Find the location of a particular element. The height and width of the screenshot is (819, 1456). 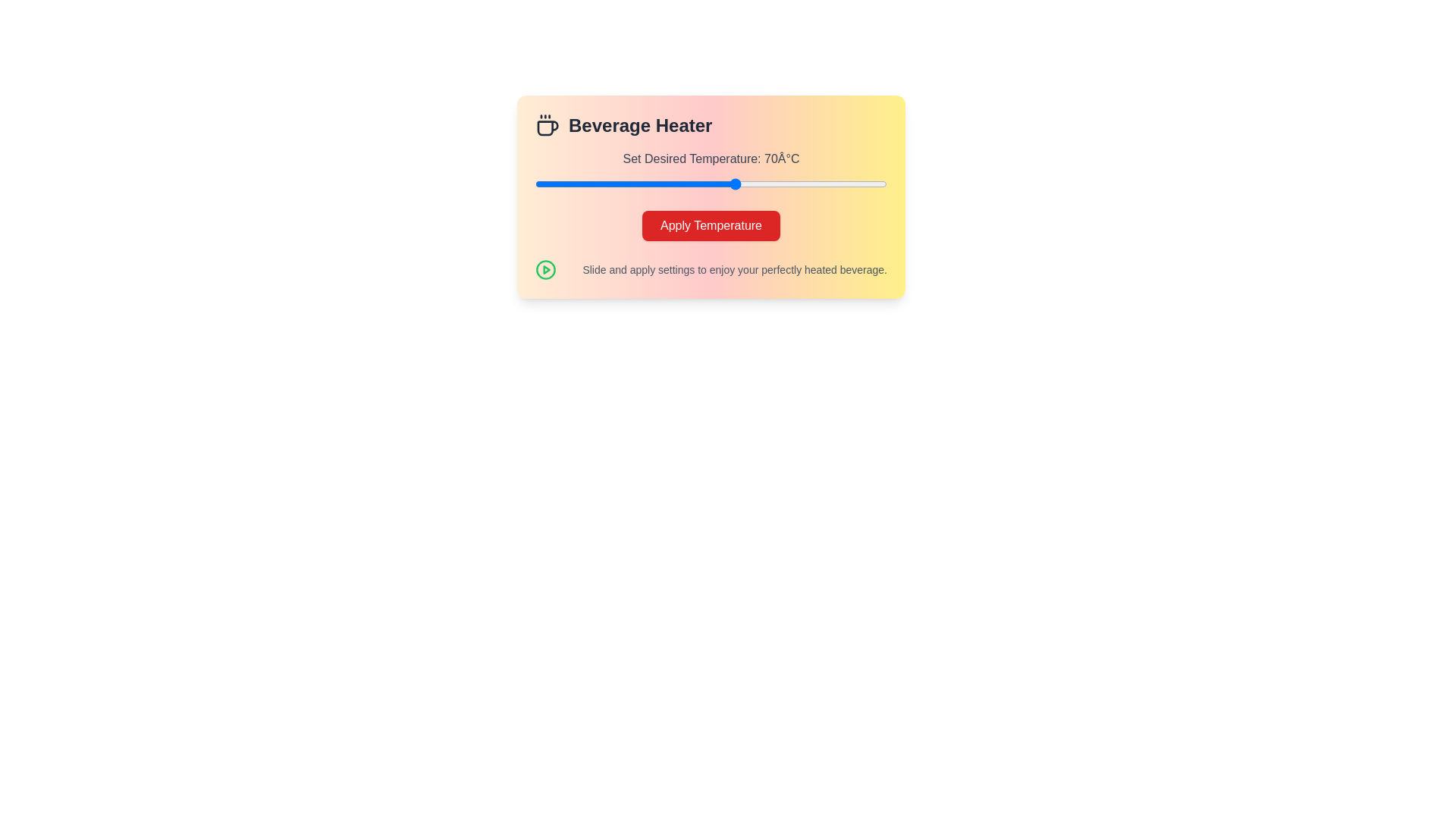

the temperature slider to set the desired temperature to 37°C is located at coordinates (570, 184).